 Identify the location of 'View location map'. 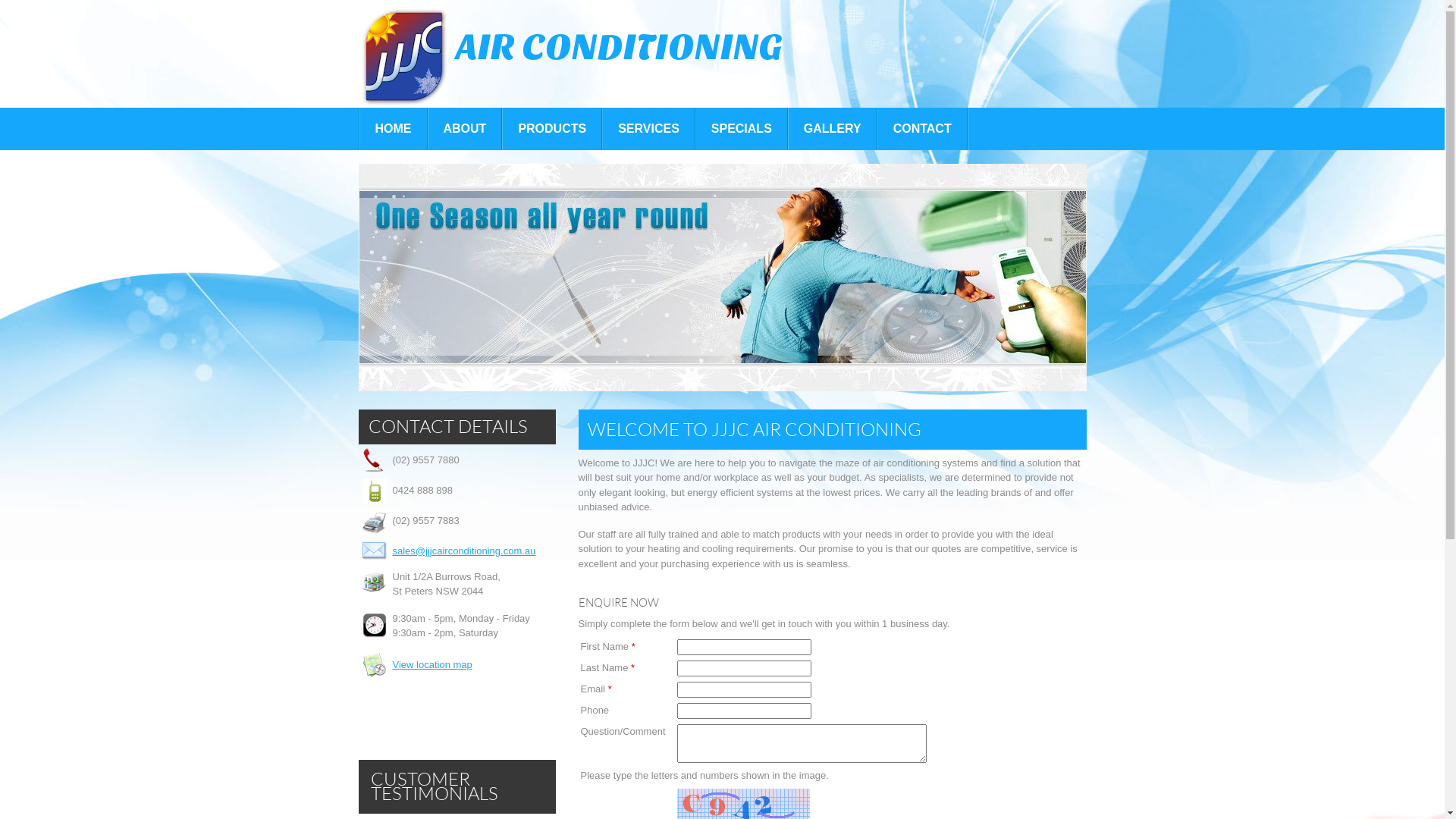
(393, 664).